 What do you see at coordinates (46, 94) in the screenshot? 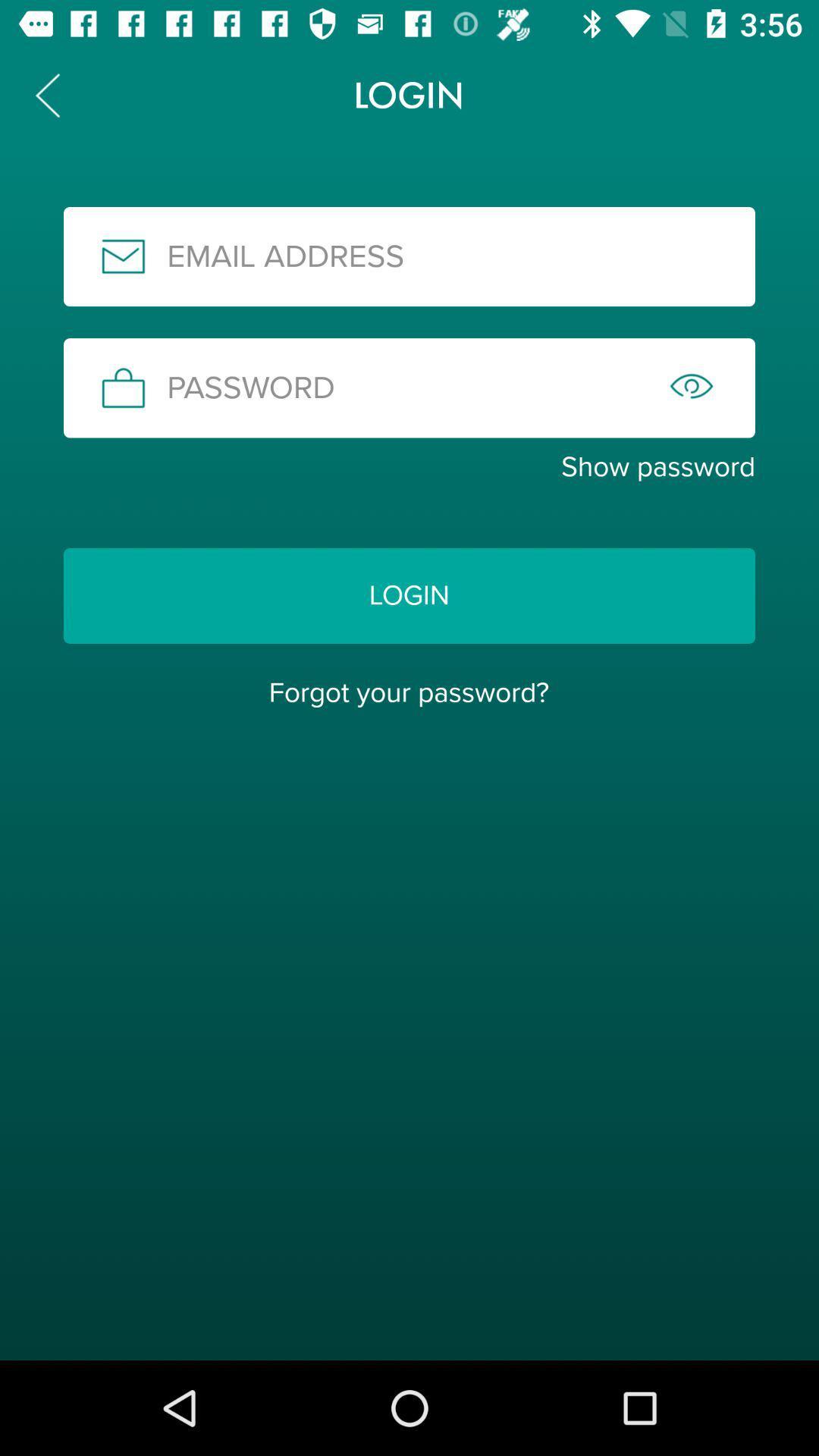
I see `icon to the left of login item` at bounding box center [46, 94].